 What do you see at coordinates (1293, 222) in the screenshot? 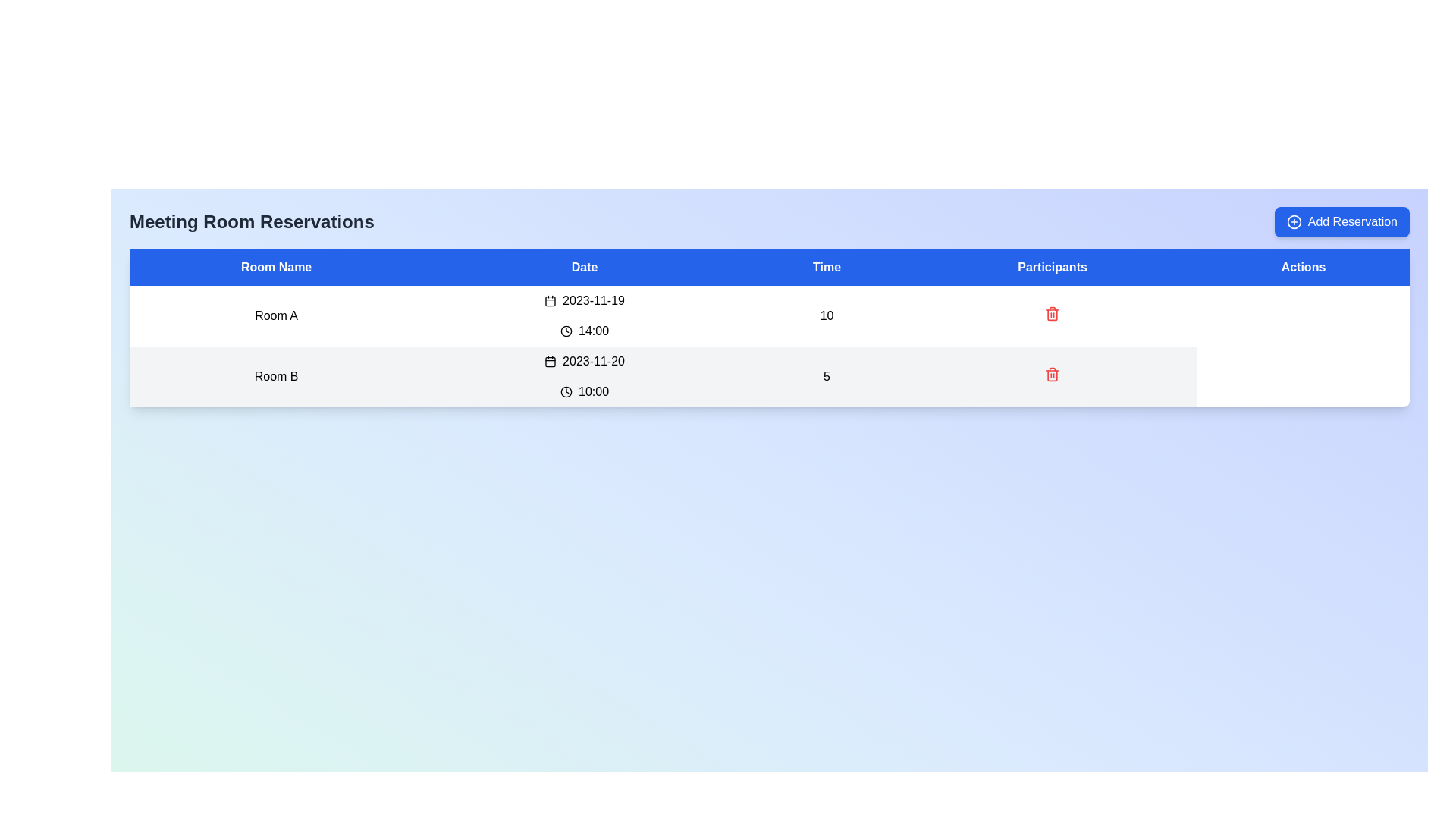
I see `the decorative icon with a plus sign located in the upper-right corner of the 'Add Reservation' button` at bounding box center [1293, 222].